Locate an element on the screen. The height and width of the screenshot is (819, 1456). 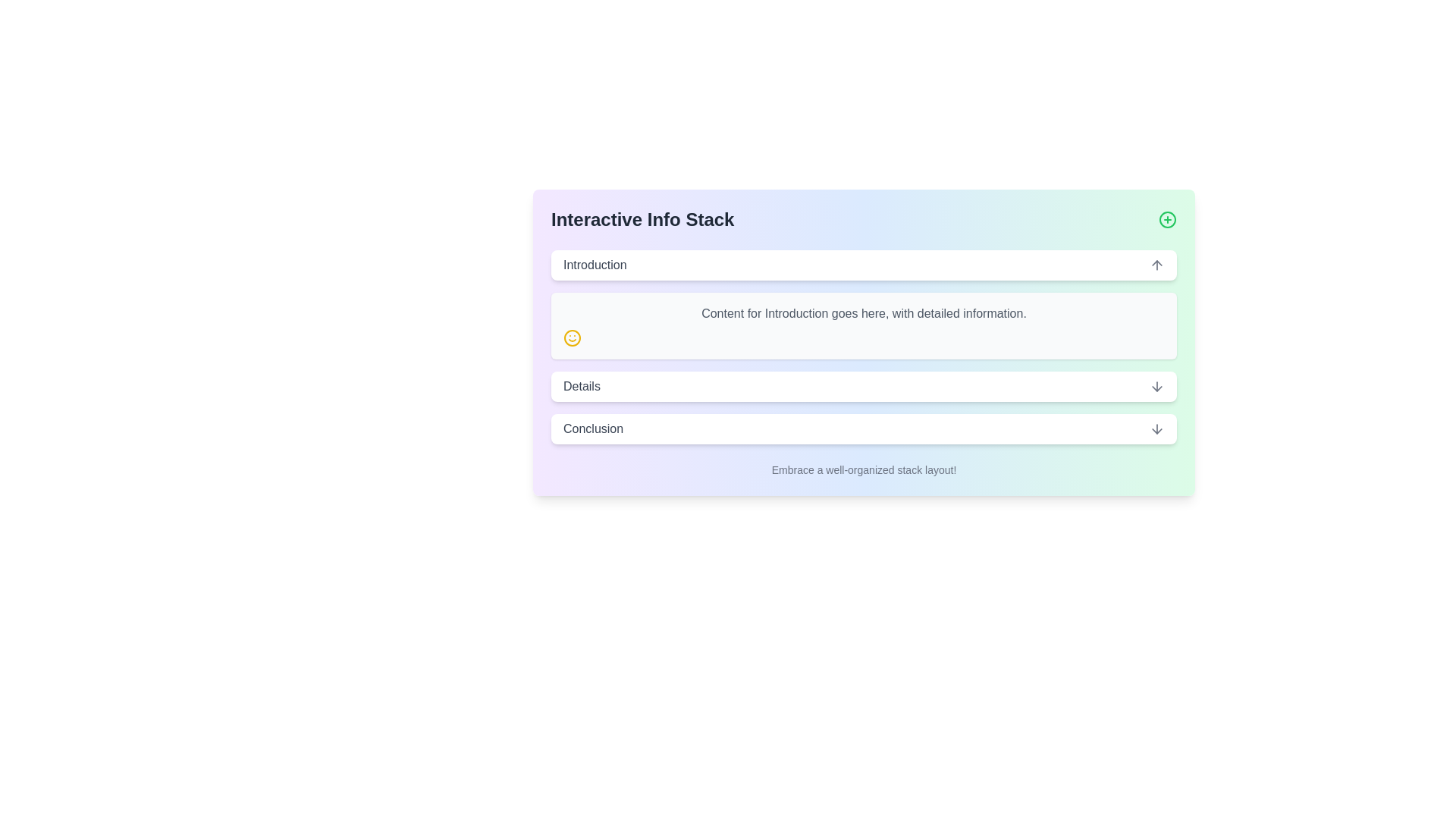
the 'Conclusion' text label, which serves as a header for the conclusion section of the interface, located in the bottom portion beneath the 'Details' section is located at coordinates (592, 429).